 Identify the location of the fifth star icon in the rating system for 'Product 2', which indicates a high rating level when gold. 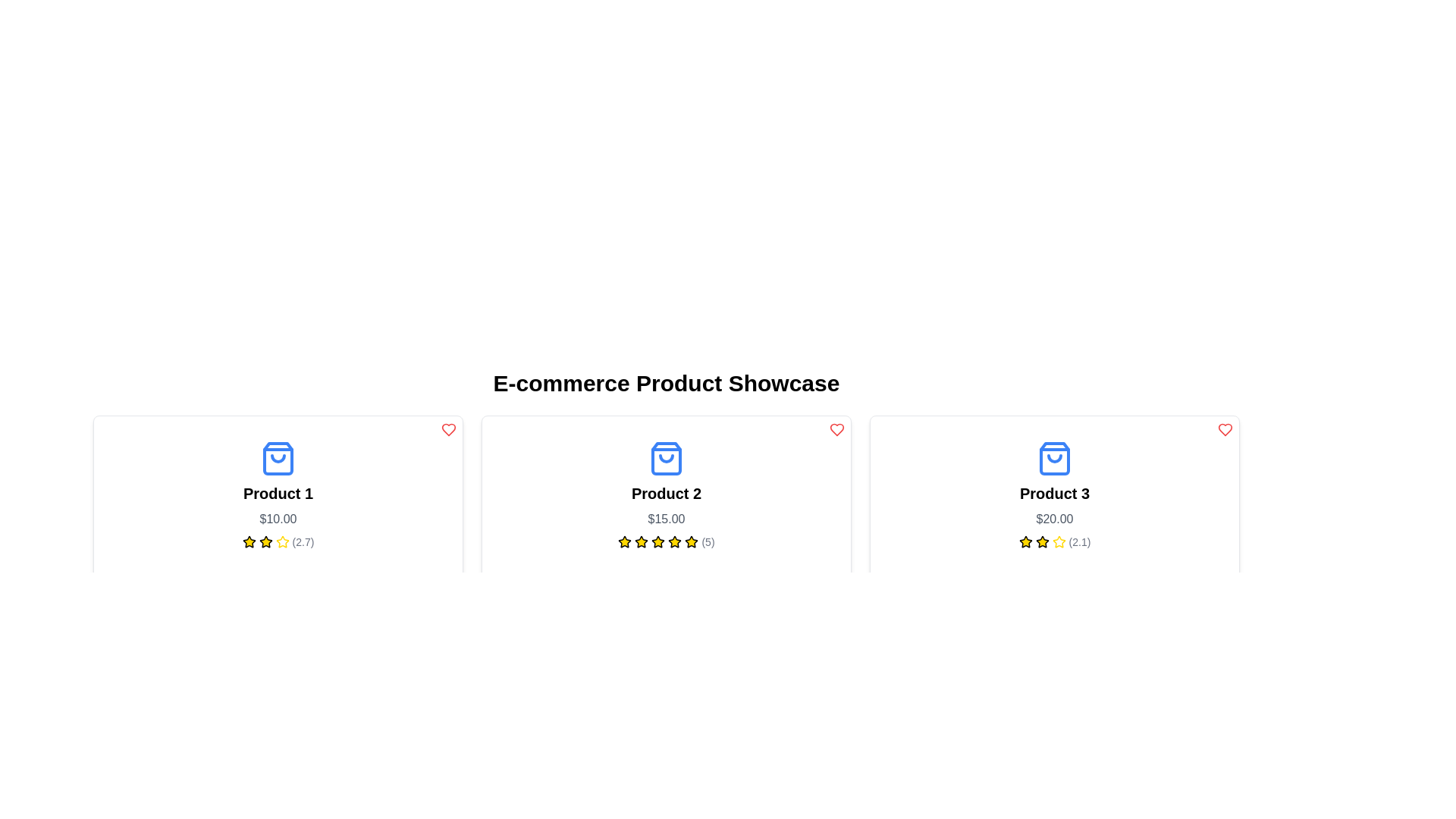
(691, 541).